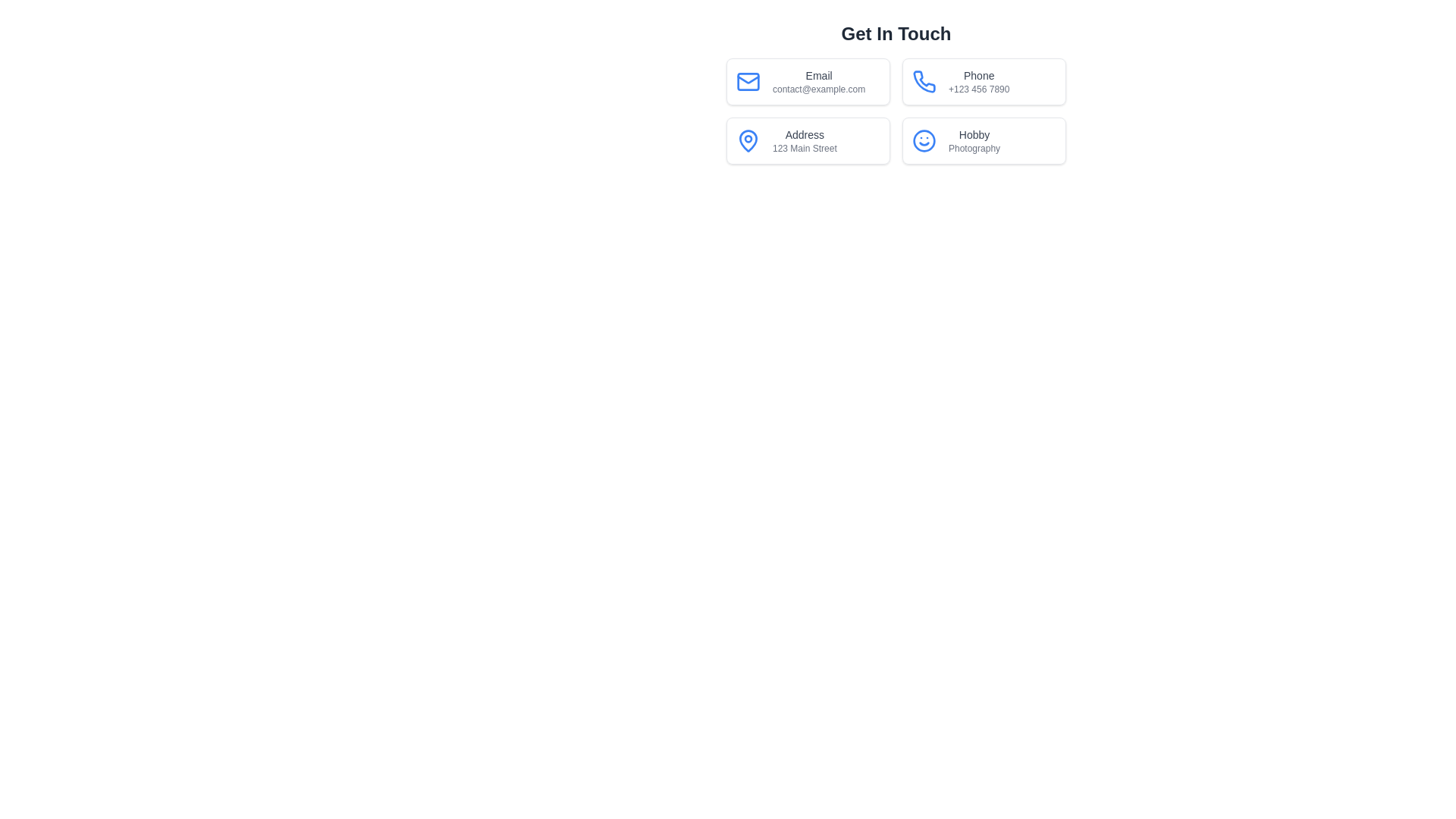 The image size is (1456, 819). What do you see at coordinates (974, 149) in the screenshot?
I see `the static text label displaying 'Photography', which is a small light gray label positioned below the heading 'Hobby'` at bounding box center [974, 149].